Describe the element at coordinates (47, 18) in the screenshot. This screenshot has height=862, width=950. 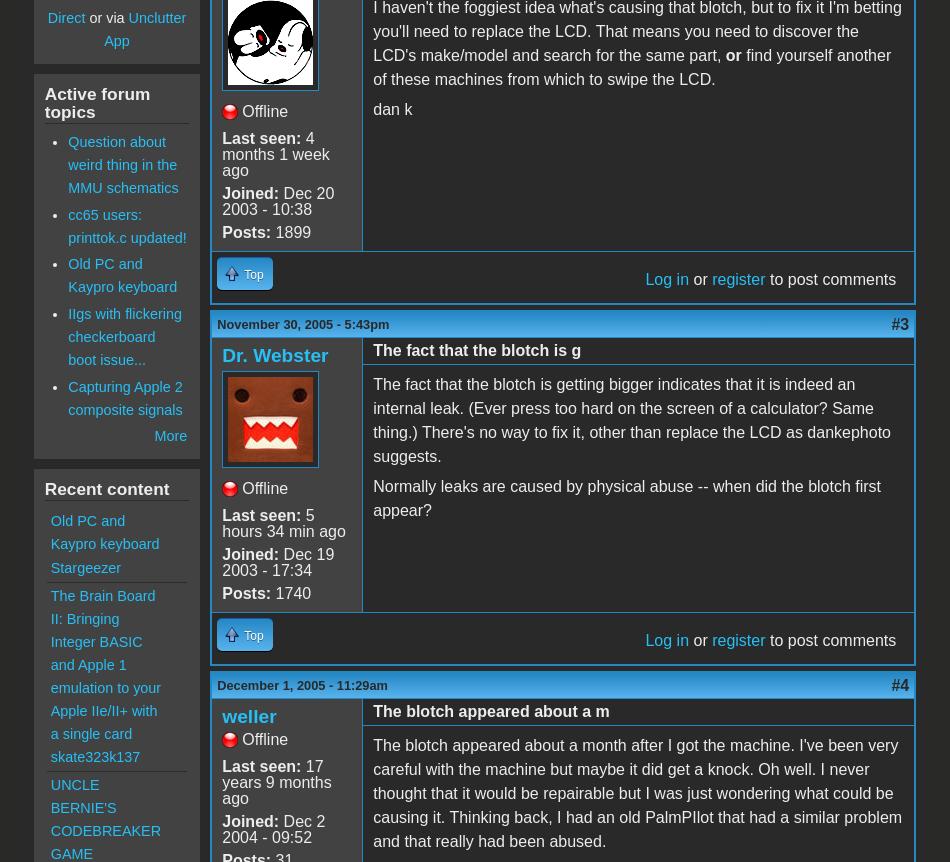
I see `'Direct'` at that location.